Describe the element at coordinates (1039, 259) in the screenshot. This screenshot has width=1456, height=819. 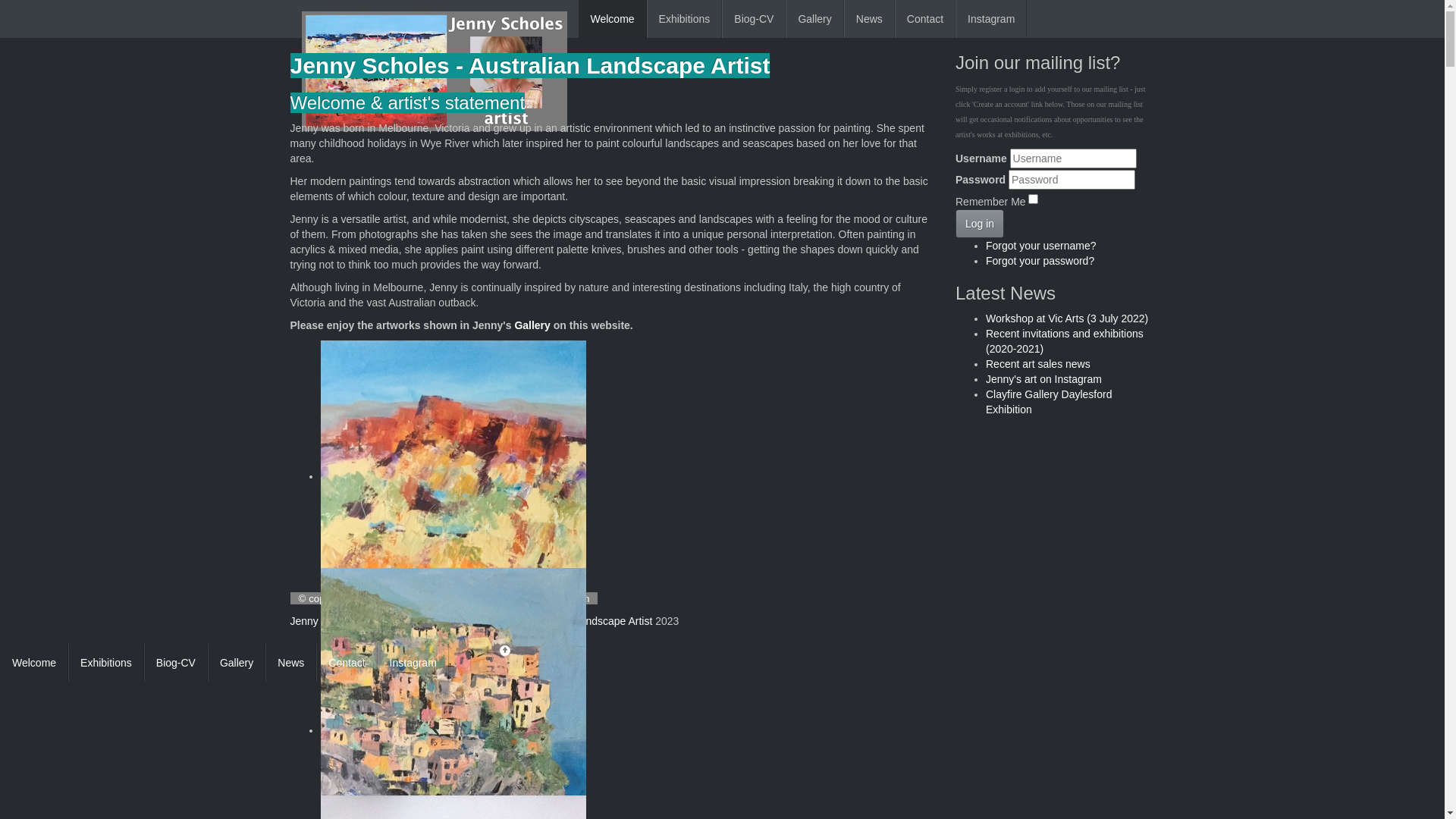
I see `'Forgot your password?'` at that location.